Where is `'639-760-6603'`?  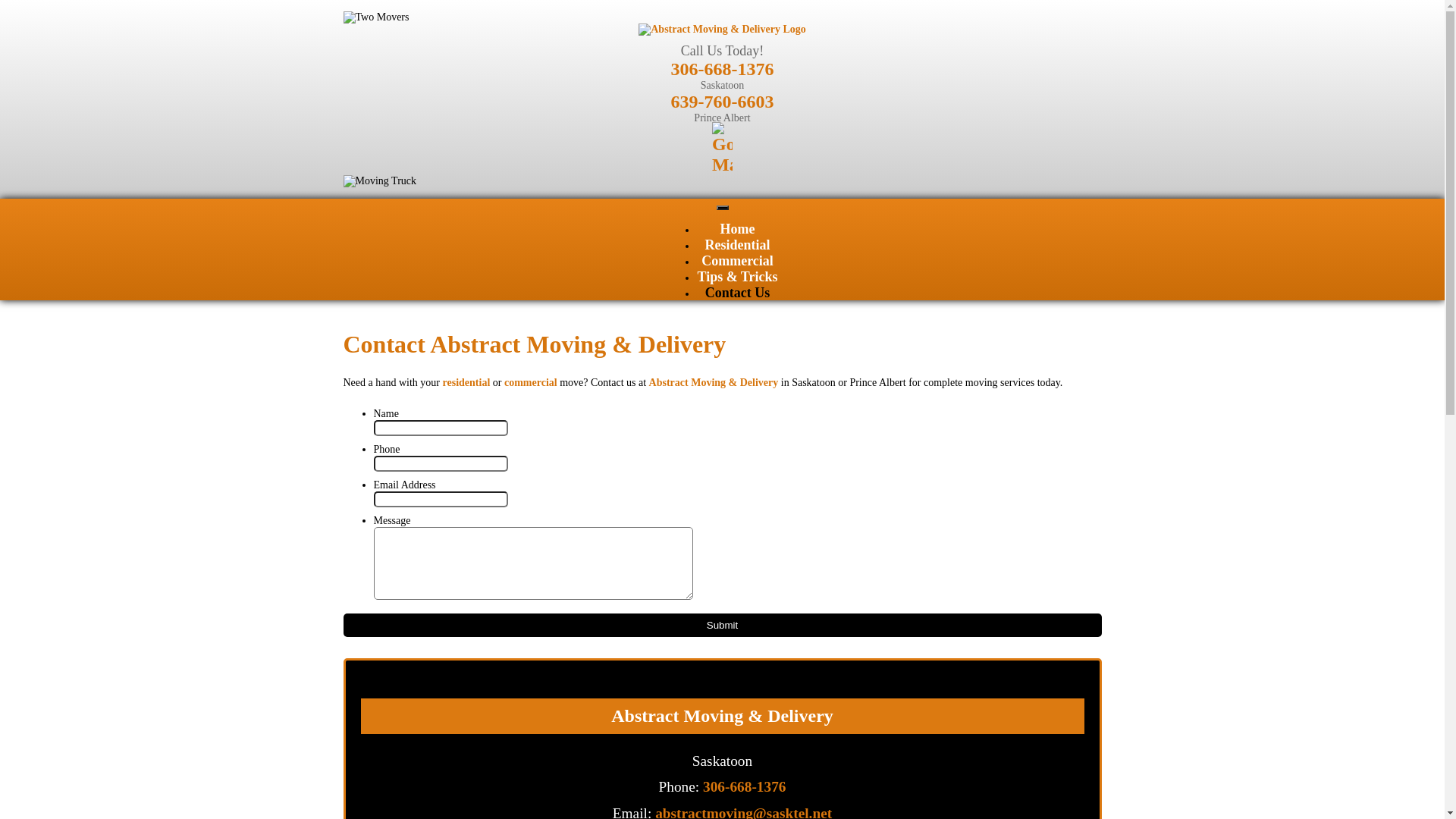 '639-760-6603' is located at coordinates (669, 102).